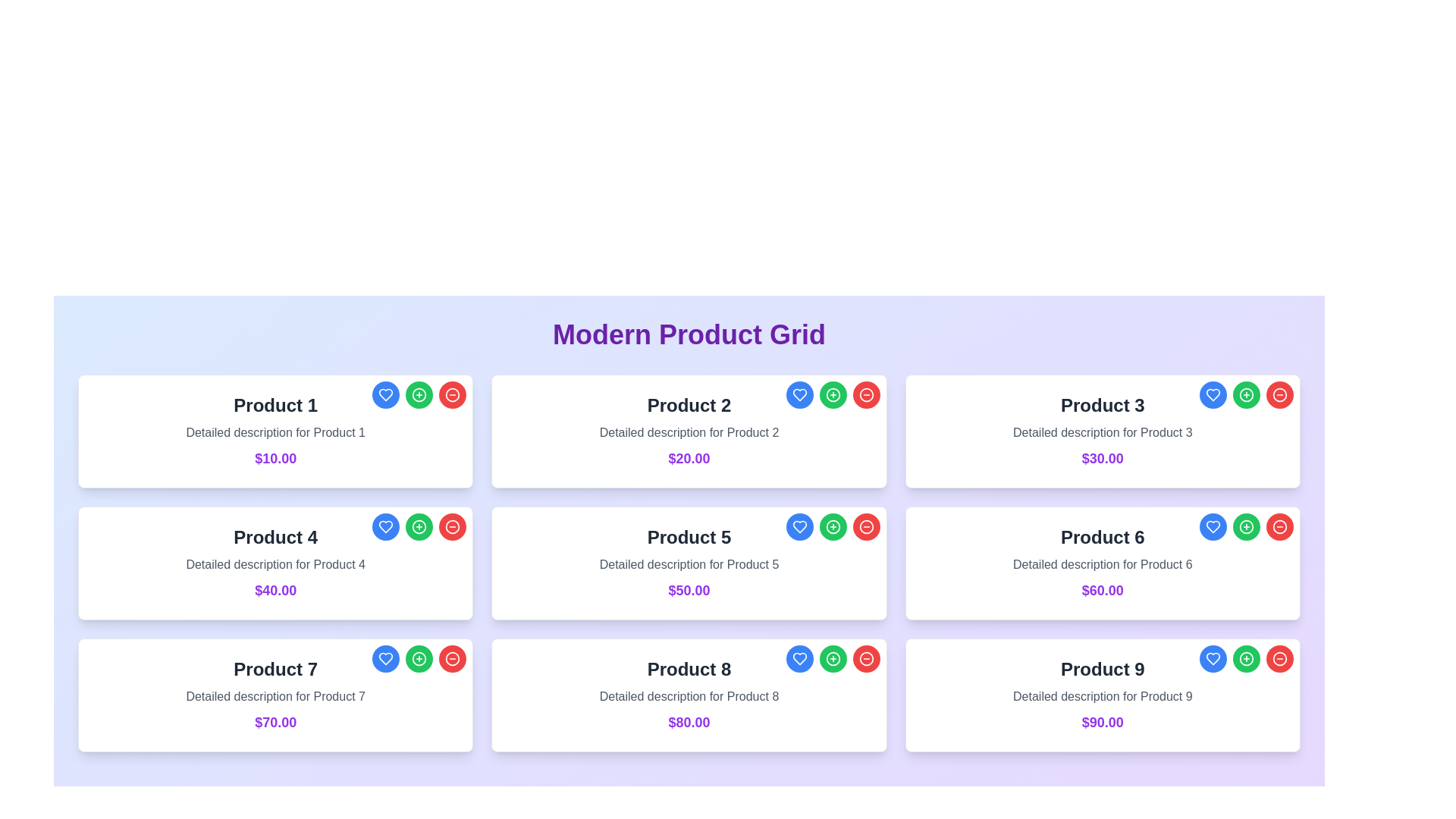 This screenshot has width=1456, height=819. What do you see at coordinates (451, 526) in the screenshot?
I see `the circular red icon with a horizontal white line, resembling a 'minus' symbol, which is the third icon from the left in its group on the right side of the product card` at bounding box center [451, 526].